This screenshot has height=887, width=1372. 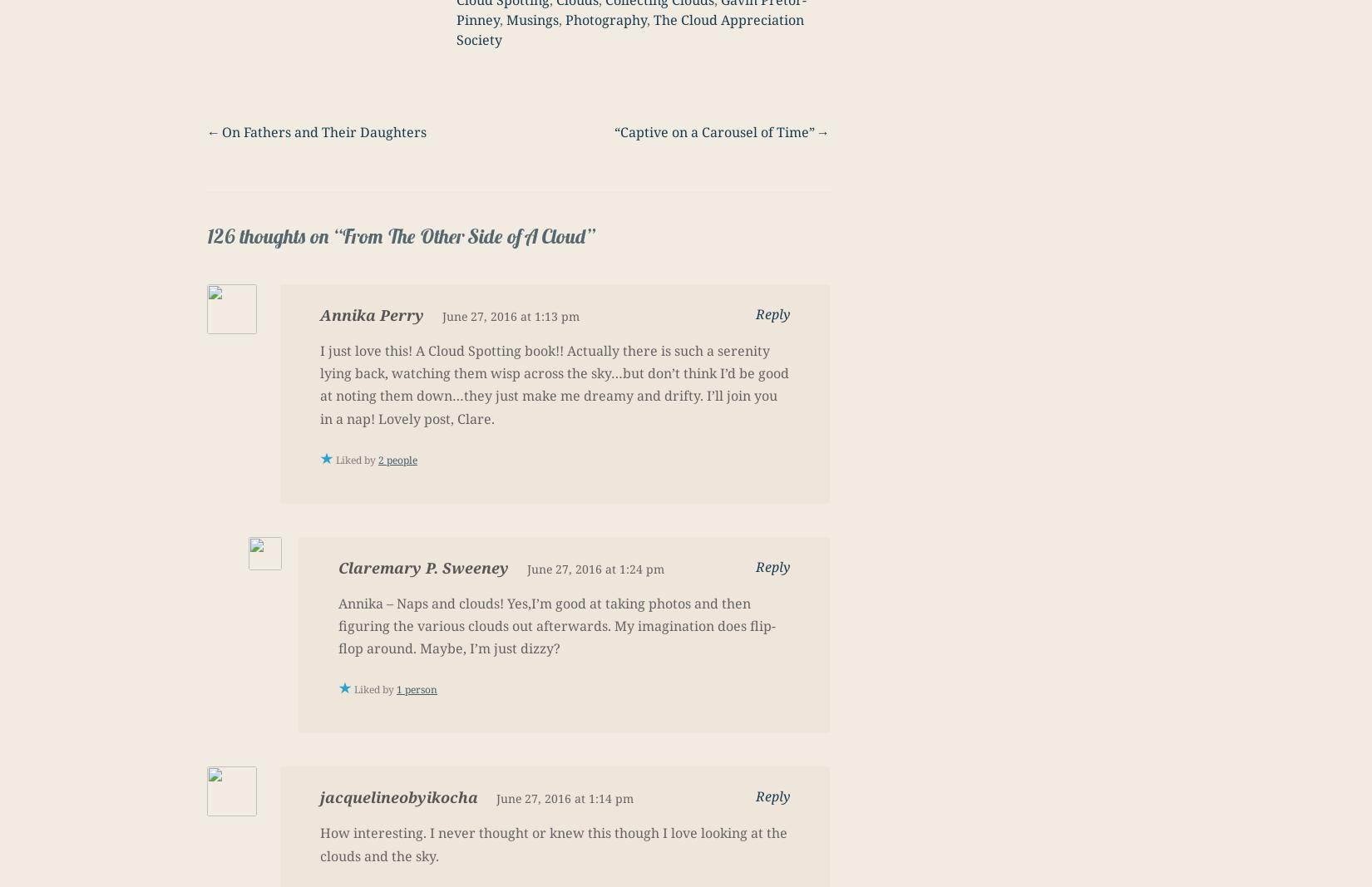 What do you see at coordinates (553, 383) in the screenshot?
I see `'I just love this! A Cloud Spotting book!! Actually there is such a serenity lying back, watching them wisp across the sky…but don’t think I’d be good at noting them down…they just make me dreamy and drifty. I’ll join you in a nap! Lovely post, Clare.'` at bounding box center [553, 383].